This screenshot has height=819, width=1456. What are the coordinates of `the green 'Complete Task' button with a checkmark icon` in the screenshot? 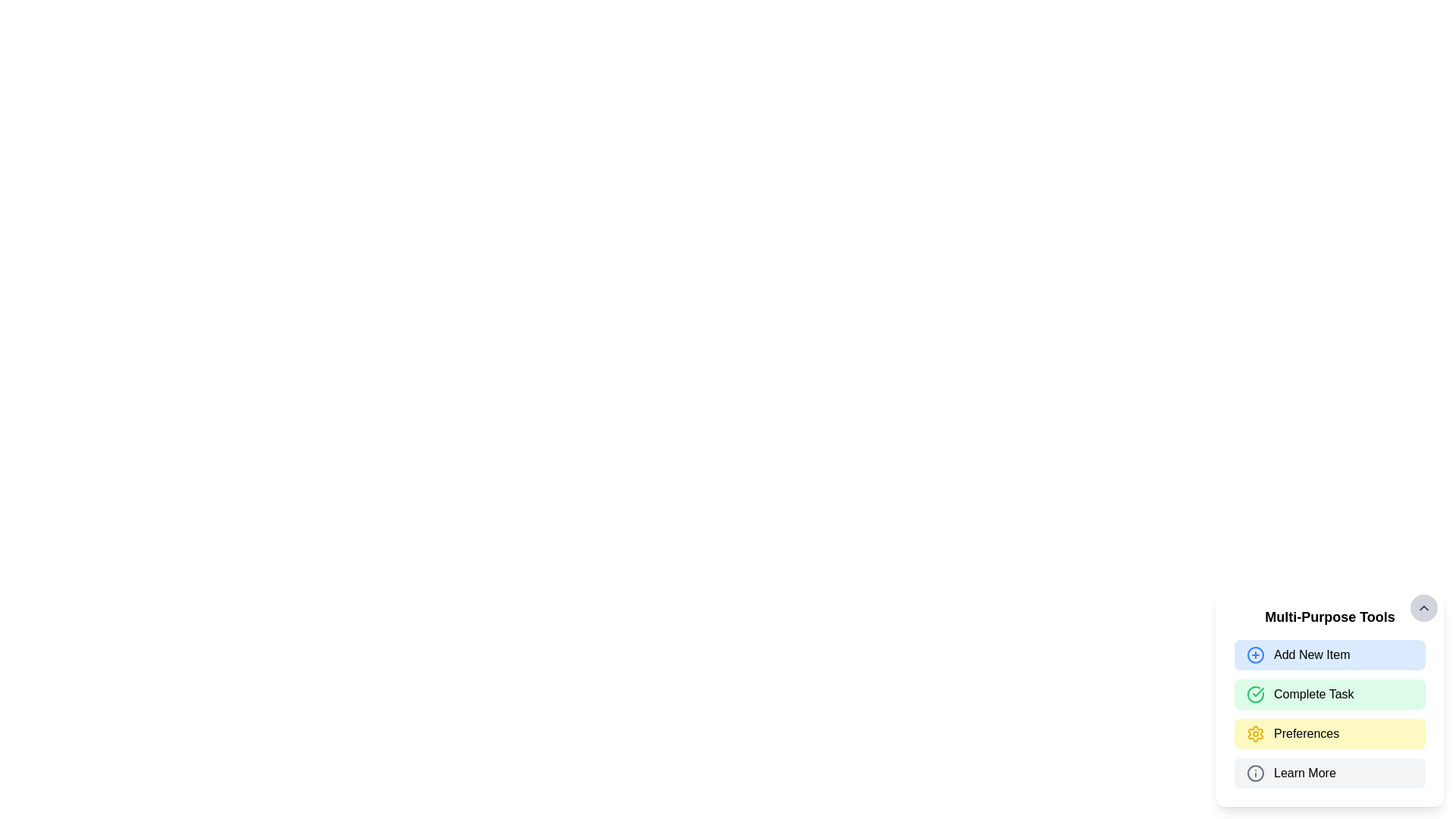 It's located at (1329, 714).